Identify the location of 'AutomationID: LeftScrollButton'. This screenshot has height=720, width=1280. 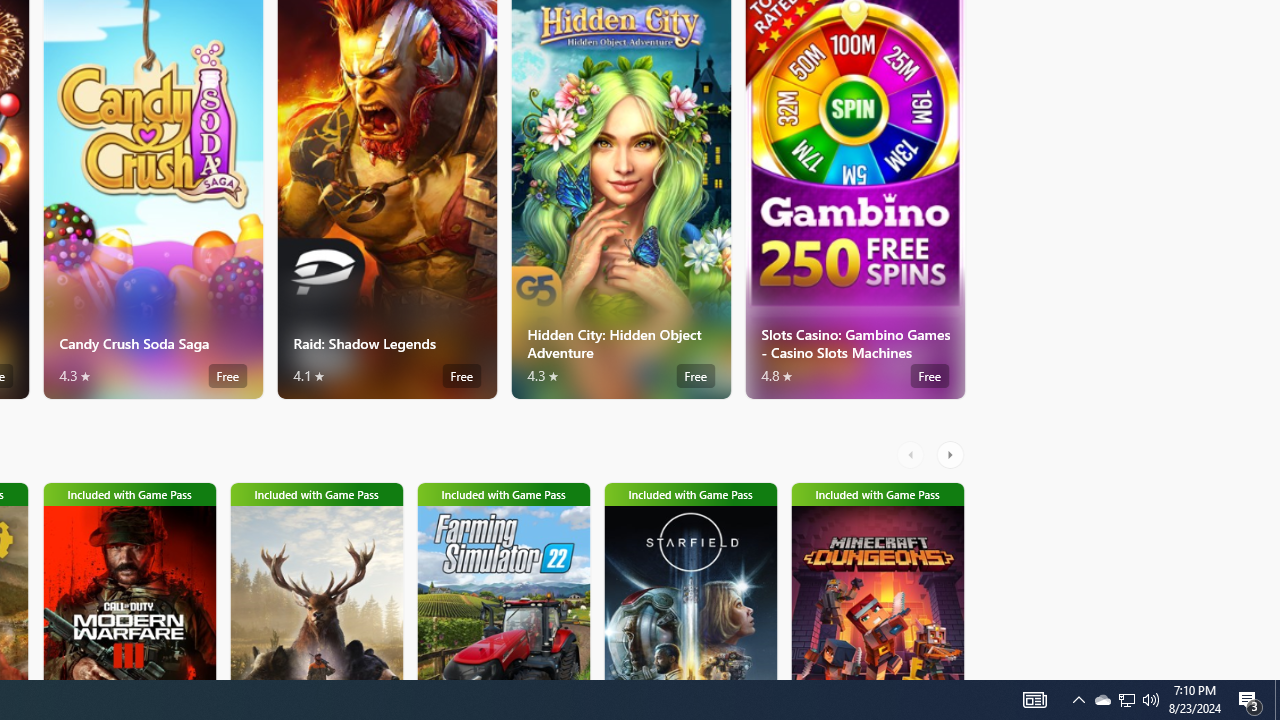
(912, 455).